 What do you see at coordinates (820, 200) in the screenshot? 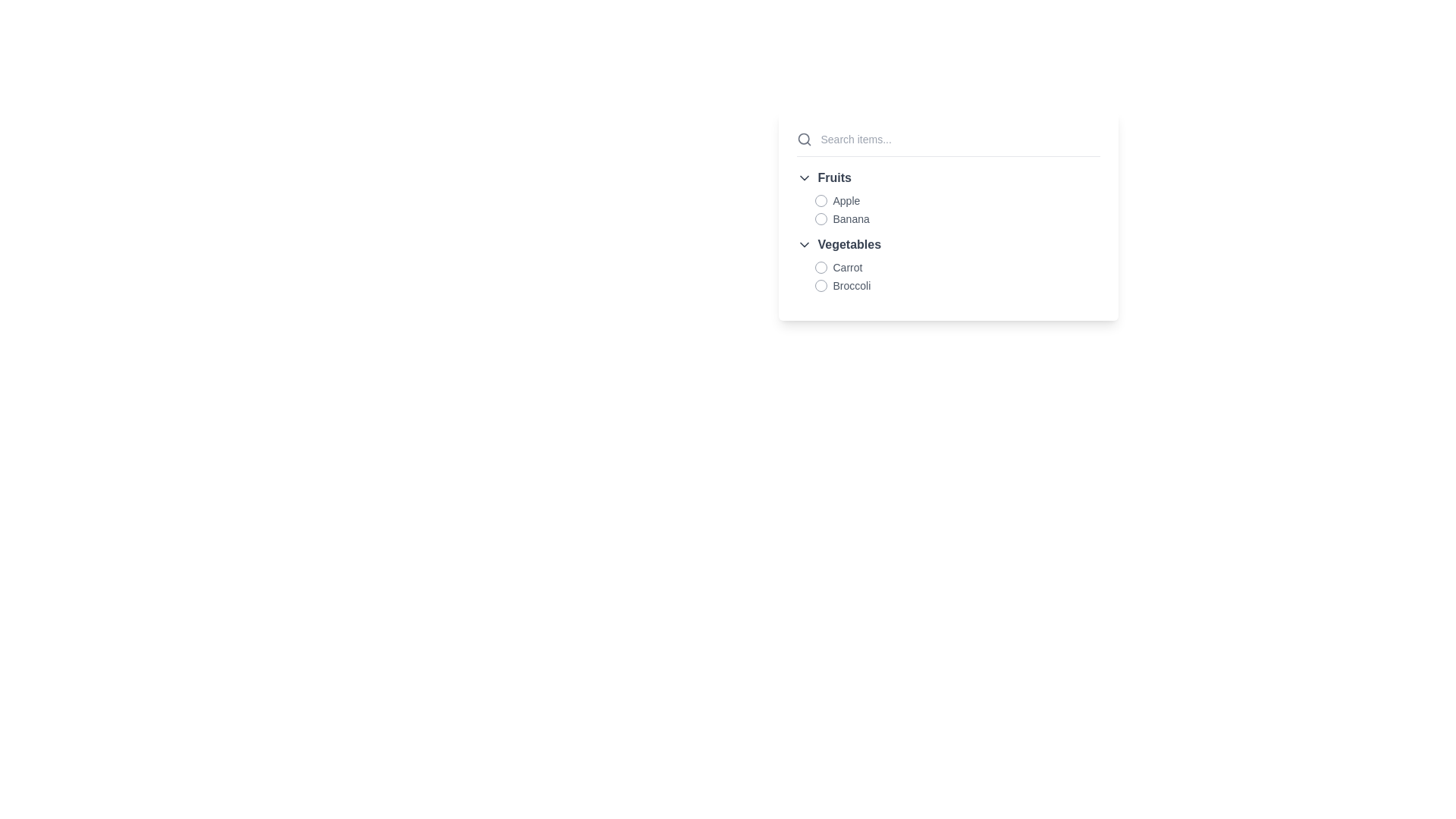
I see `the radio button for selecting the 'Apple' option located in the 'Fruits' category` at bounding box center [820, 200].